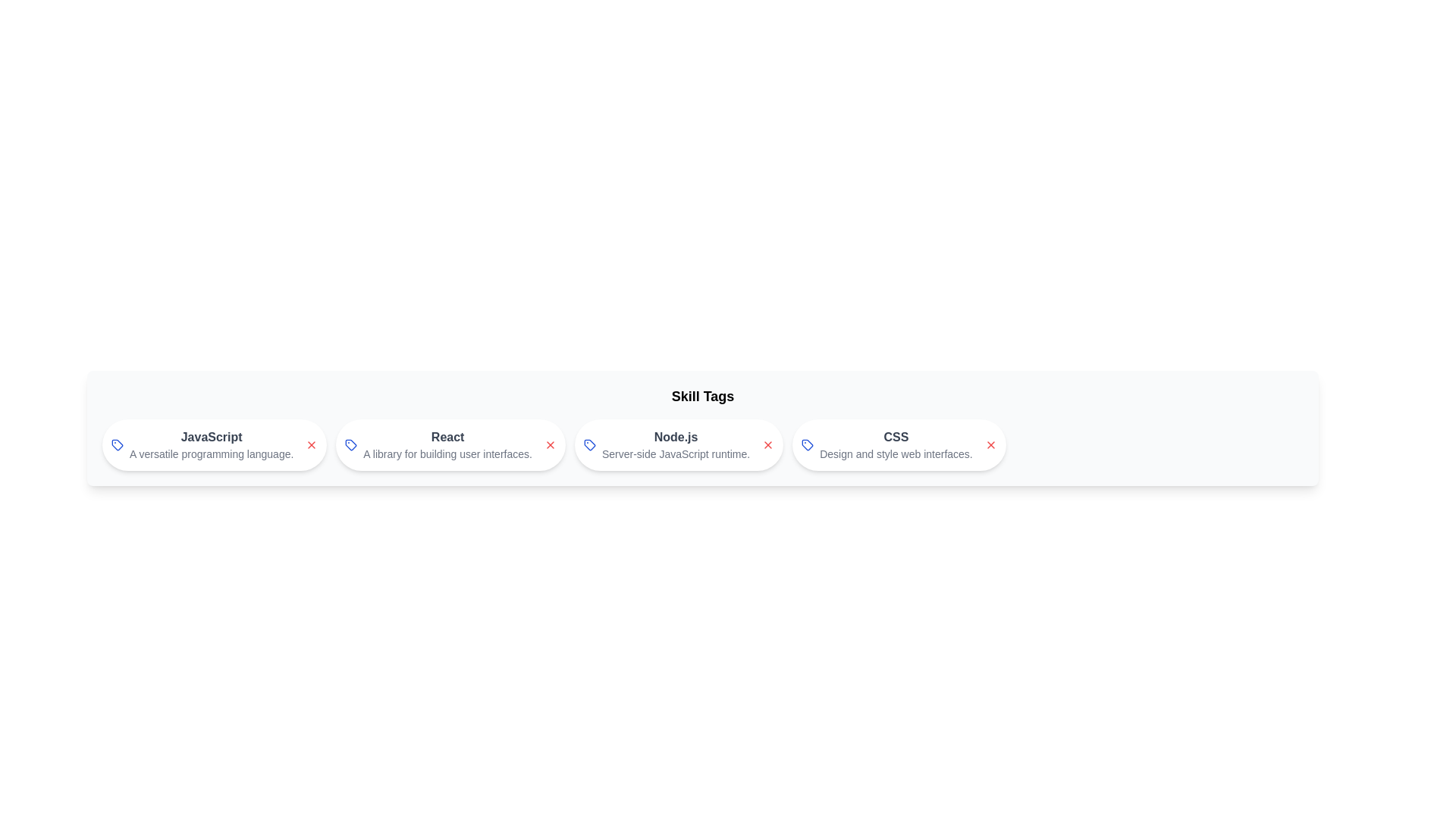 The image size is (1456, 819). I want to click on close button of the skill chip labeled React, so click(549, 444).